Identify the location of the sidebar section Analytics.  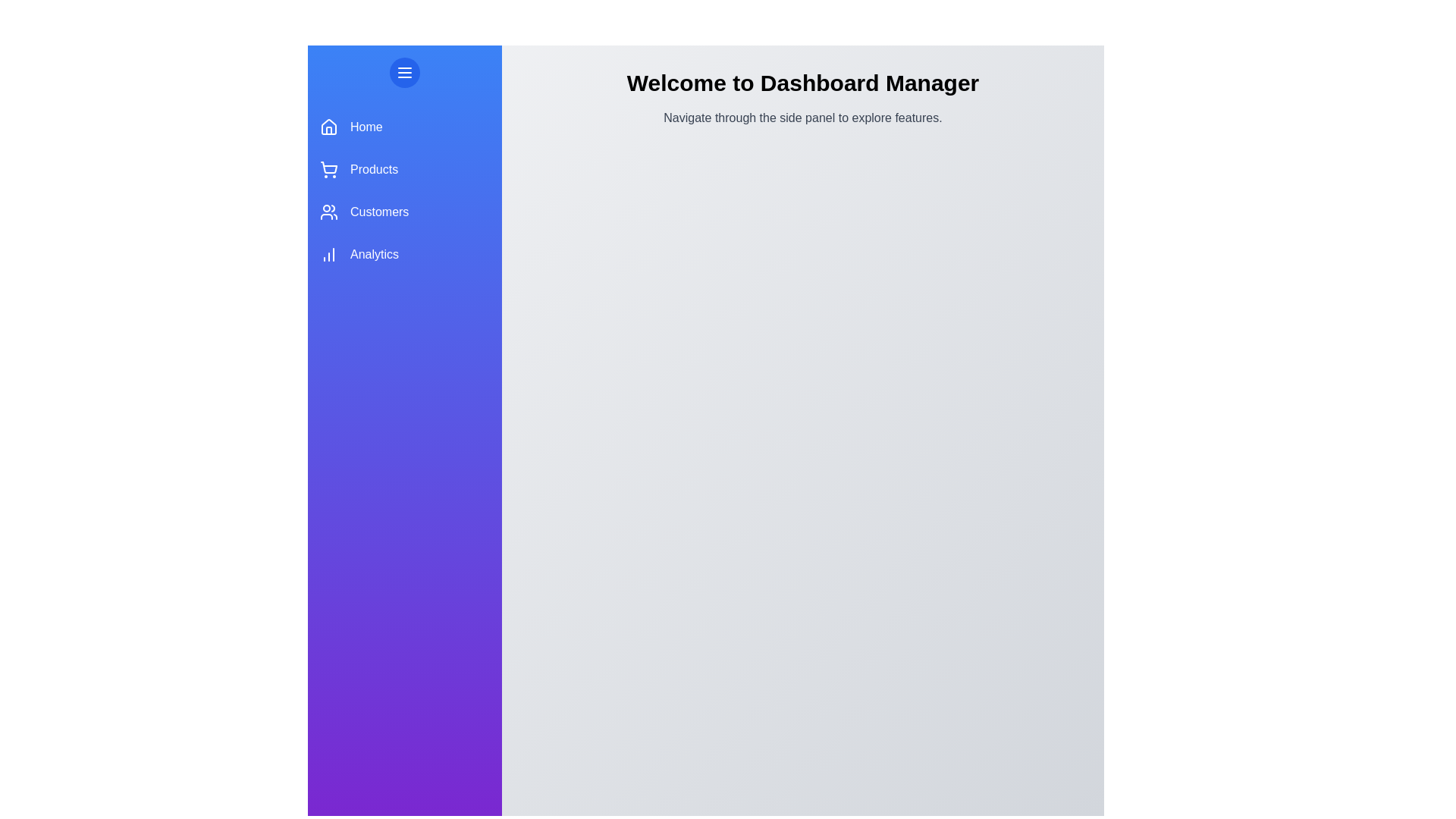
(404, 253).